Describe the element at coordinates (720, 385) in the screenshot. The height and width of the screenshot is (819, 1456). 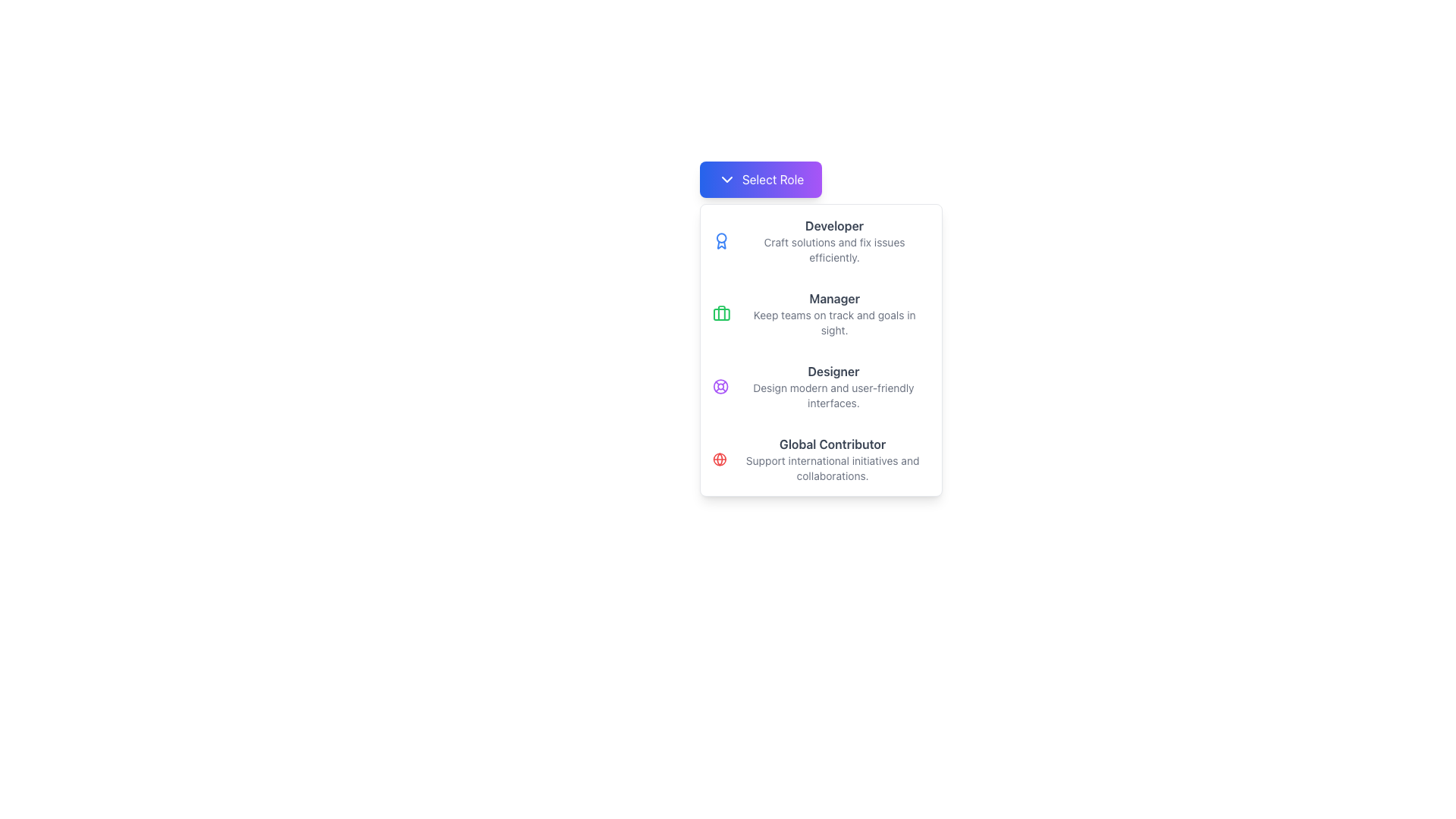
I see `the decorative icon representing the 'Designer' role, located to the left of the text 'Designer' in the role selection dropdown menu` at that location.